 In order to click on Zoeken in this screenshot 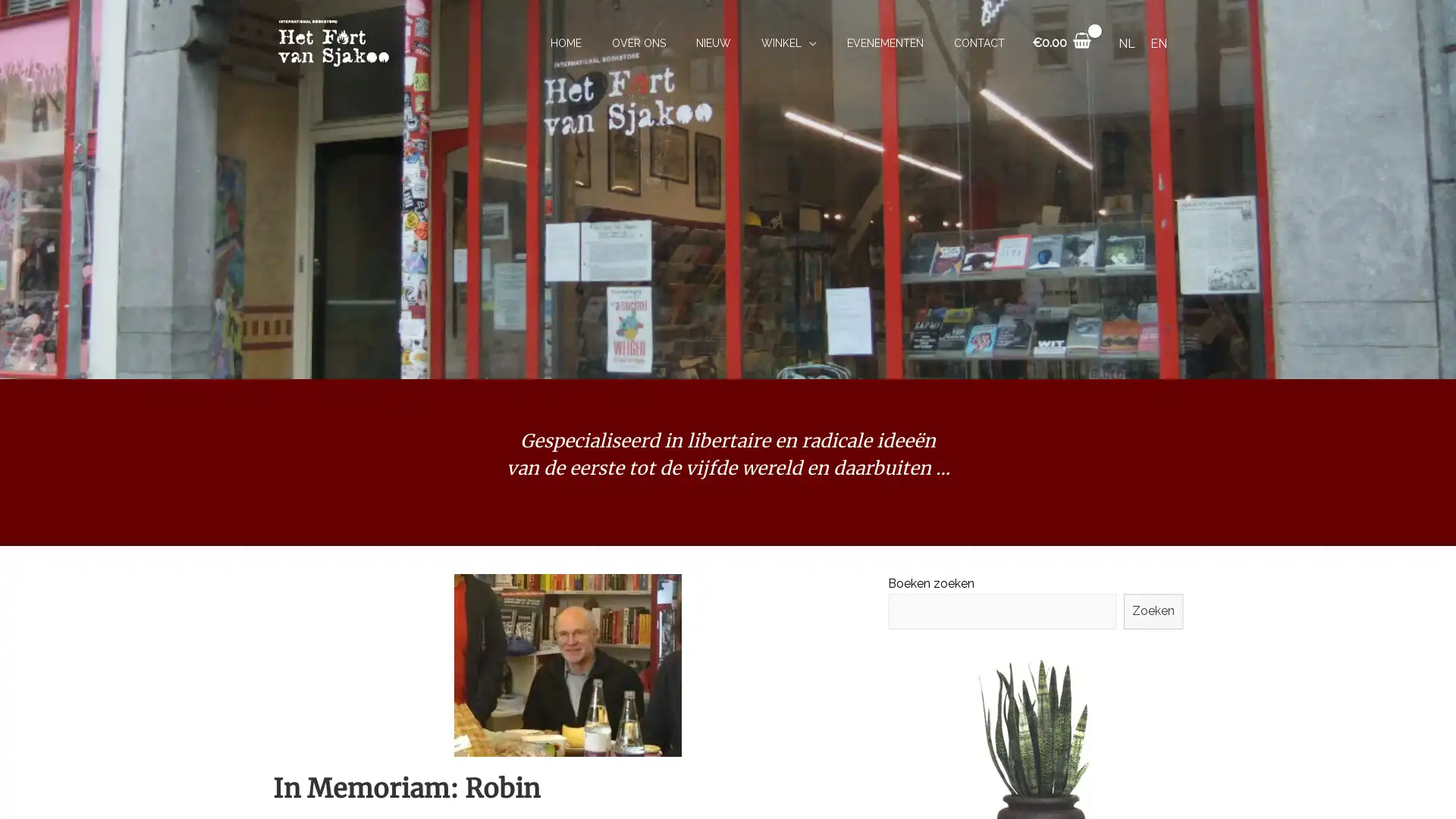, I will do `click(1153, 611)`.